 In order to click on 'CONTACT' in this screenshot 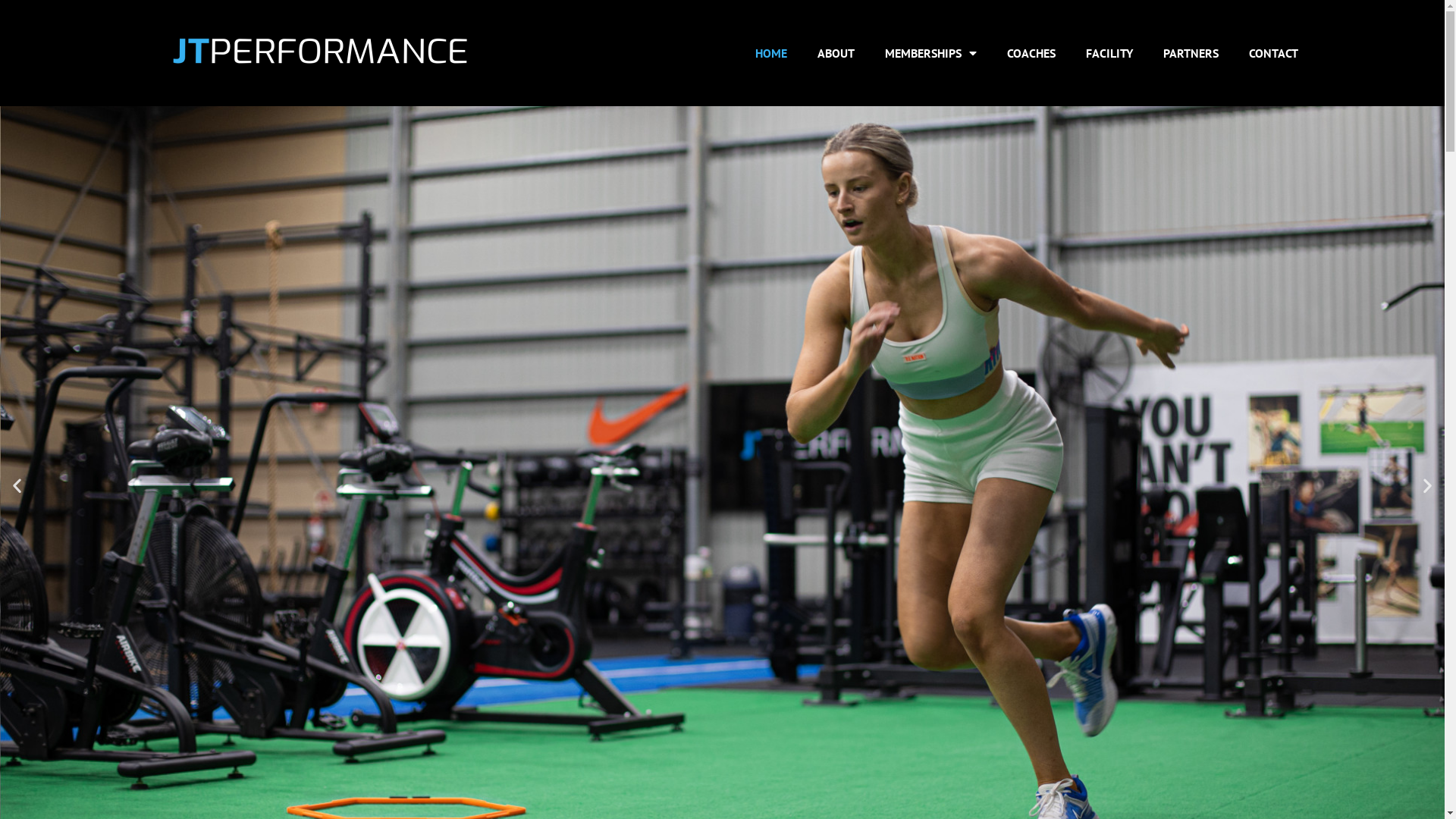, I will do `click(1234, 52)`.